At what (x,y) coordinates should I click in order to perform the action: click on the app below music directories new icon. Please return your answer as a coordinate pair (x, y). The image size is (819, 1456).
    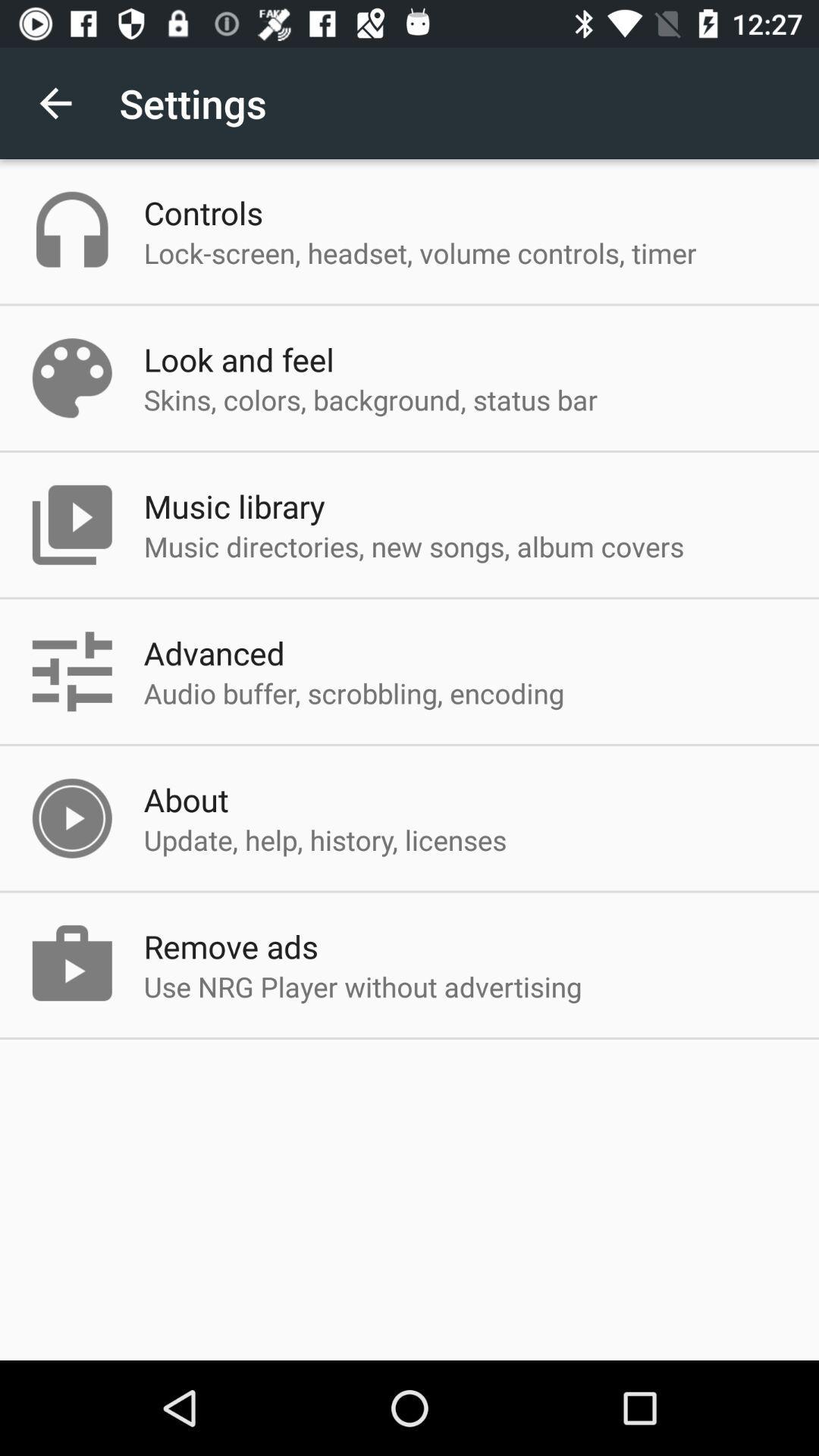
    Looking at the image, I should click on (214, 652).